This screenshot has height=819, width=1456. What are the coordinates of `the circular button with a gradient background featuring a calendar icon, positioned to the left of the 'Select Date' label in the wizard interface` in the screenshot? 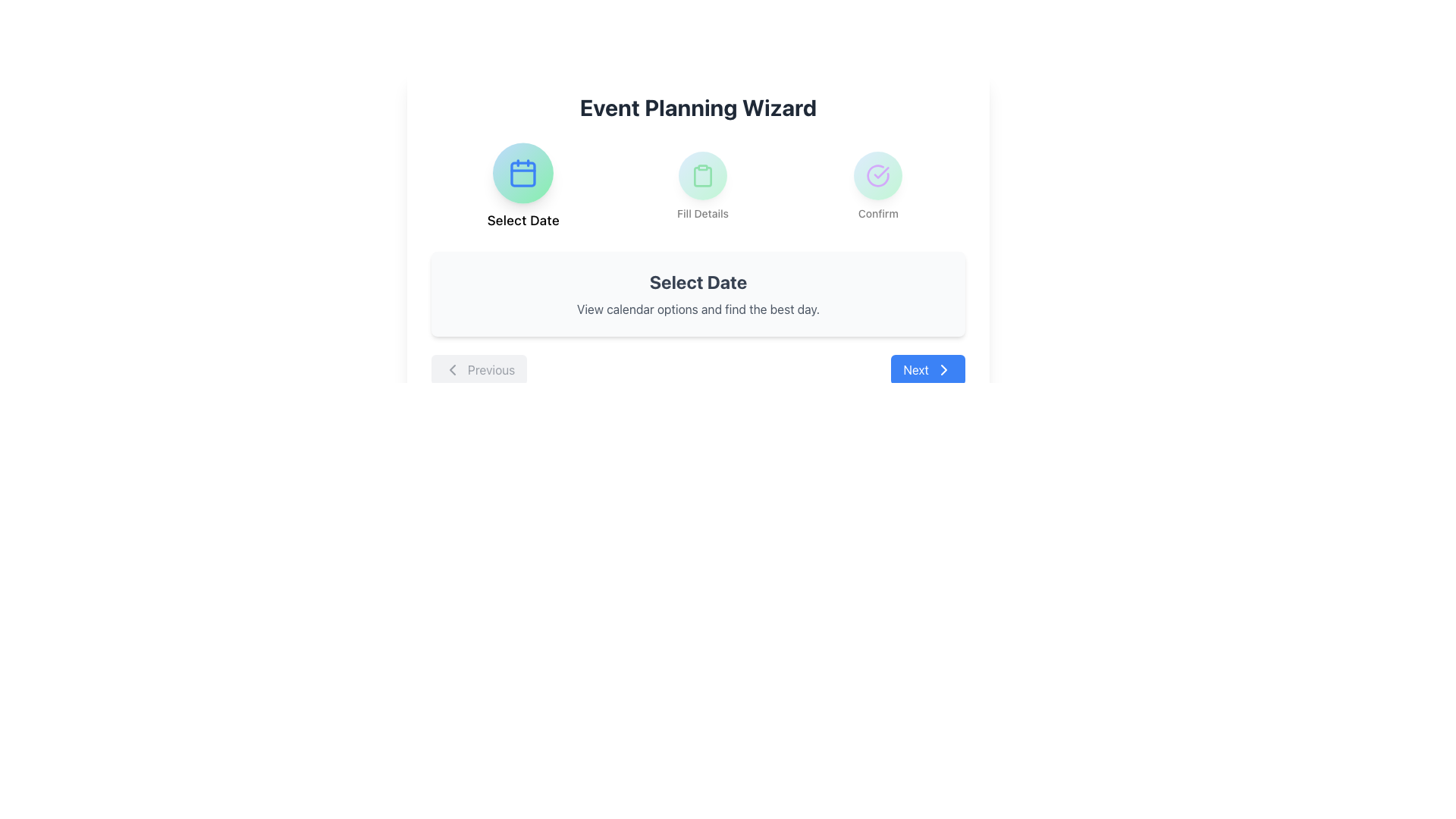 It's located at (522, 172).